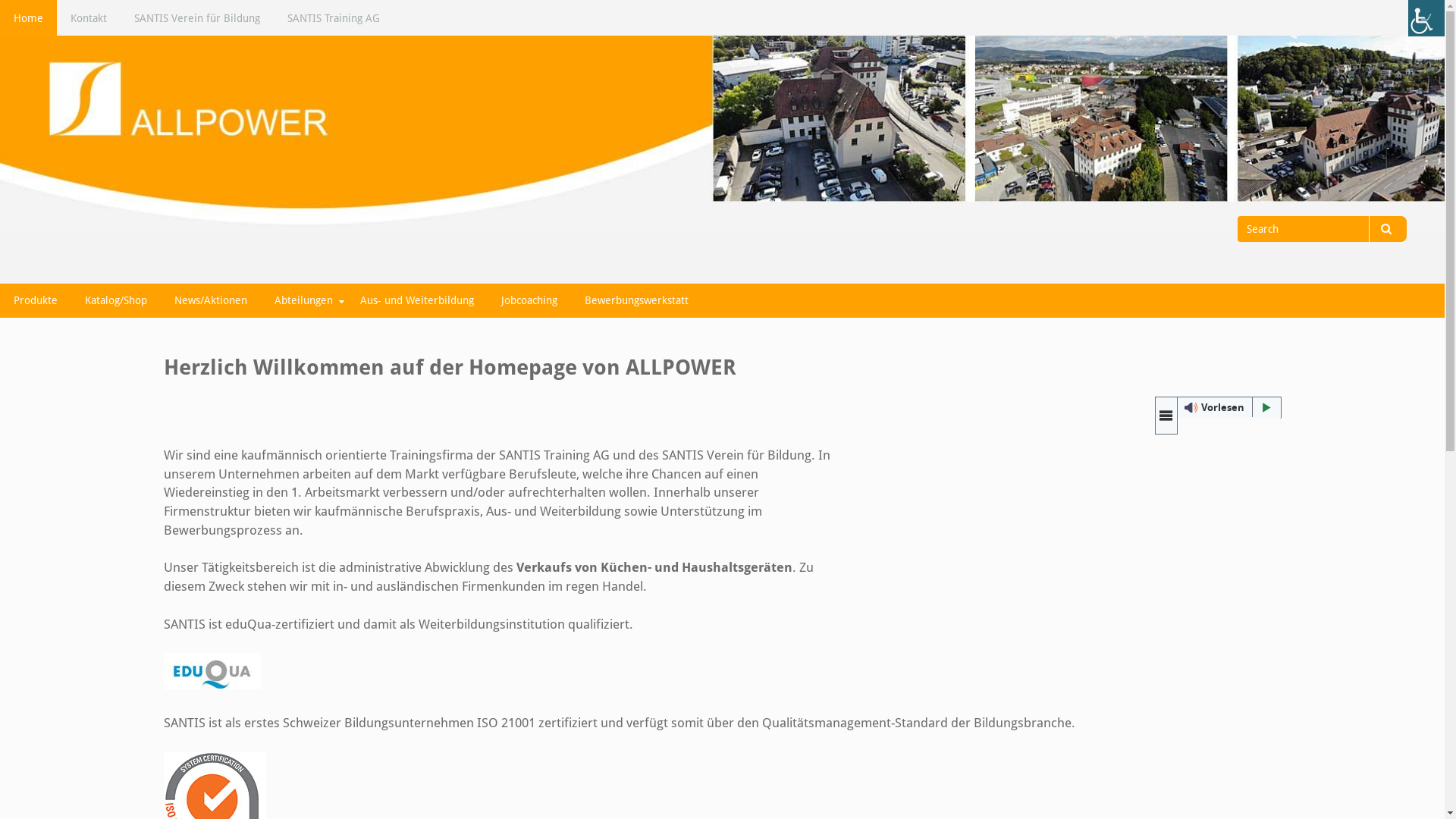 Image resolution: width=1456 pixels, height=819 pixels. I want to click on 'Vorlesen', so click(1218, 406).